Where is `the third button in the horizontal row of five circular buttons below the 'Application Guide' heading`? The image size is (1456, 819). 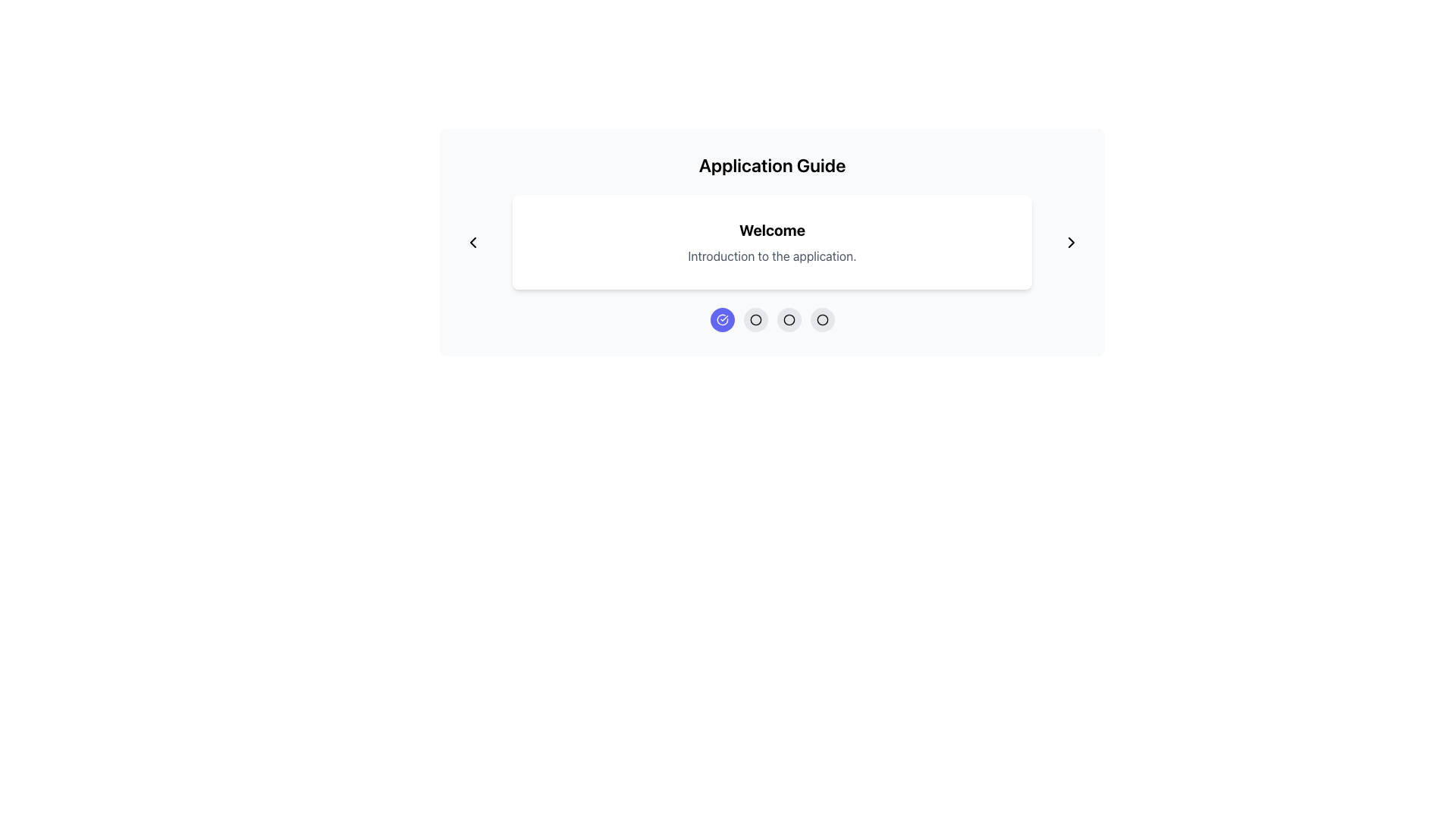 the third button in the horizontal row of five circular buttons below the 'Application Guide' heading is located at coordinates (789, 318).